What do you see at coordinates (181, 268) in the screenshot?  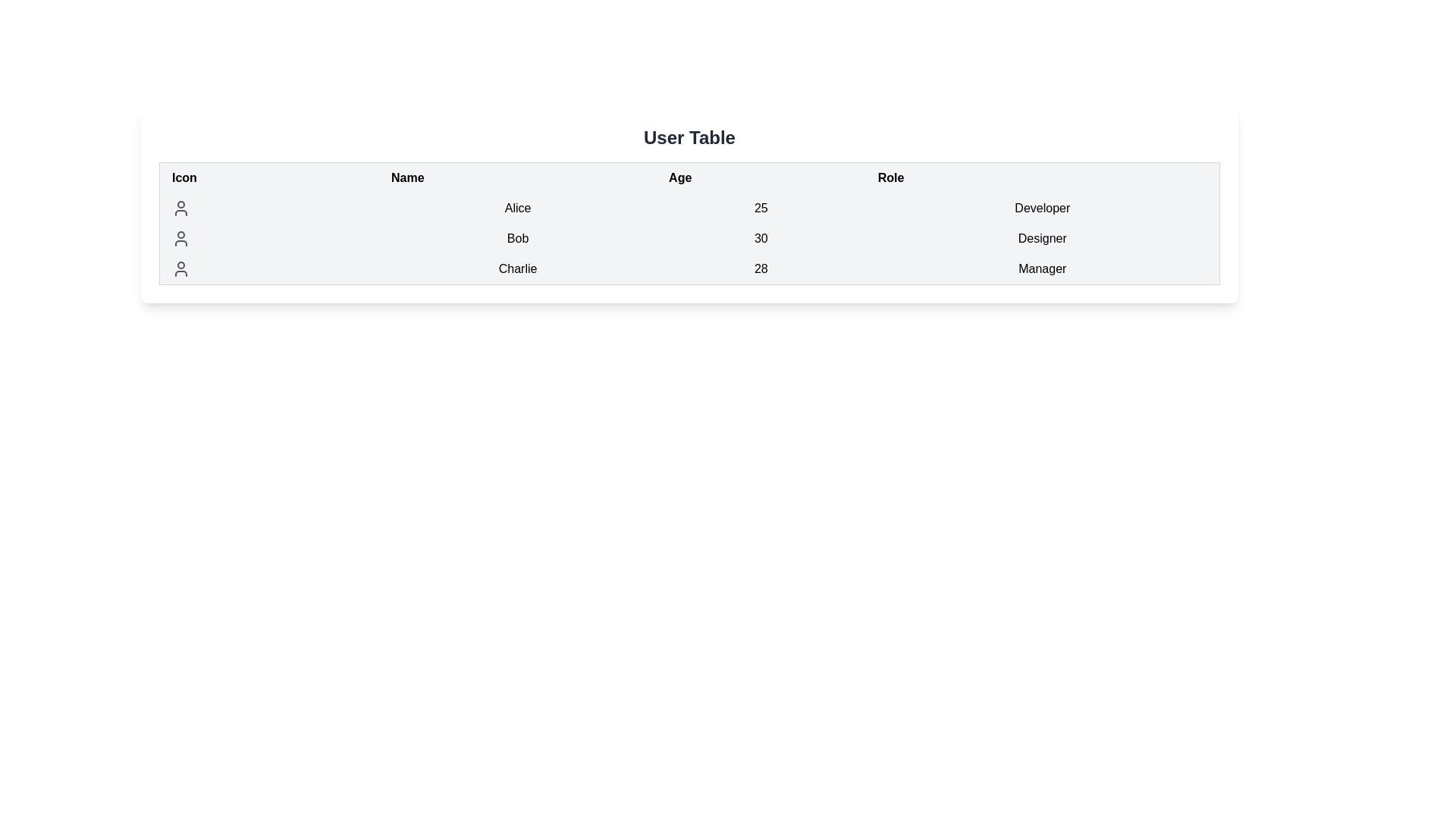 I see `the user profile icon located in the leftmost cell of the third row of the table, which contains the data 'Charlie,' '28,' and 'Manager.'` at bounding box center [181, 268].